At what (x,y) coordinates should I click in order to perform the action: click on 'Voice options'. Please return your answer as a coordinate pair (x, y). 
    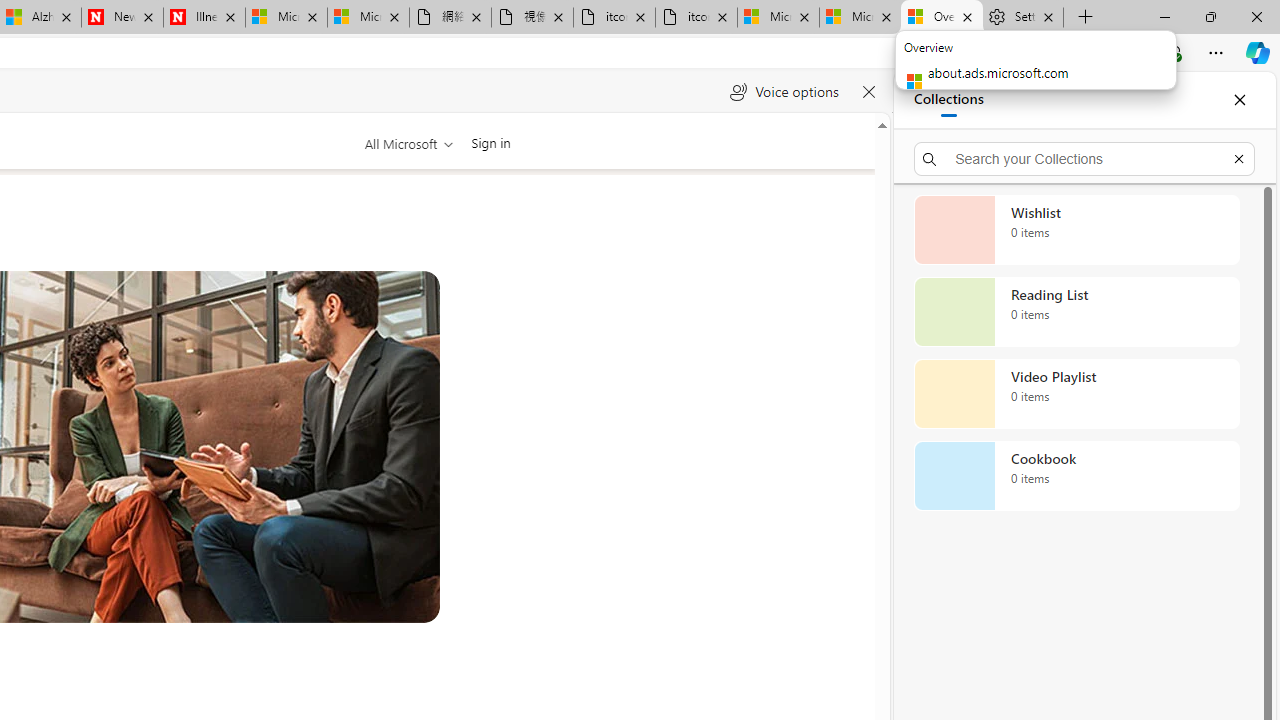
    Looking at the image, I should click on (783, 92).